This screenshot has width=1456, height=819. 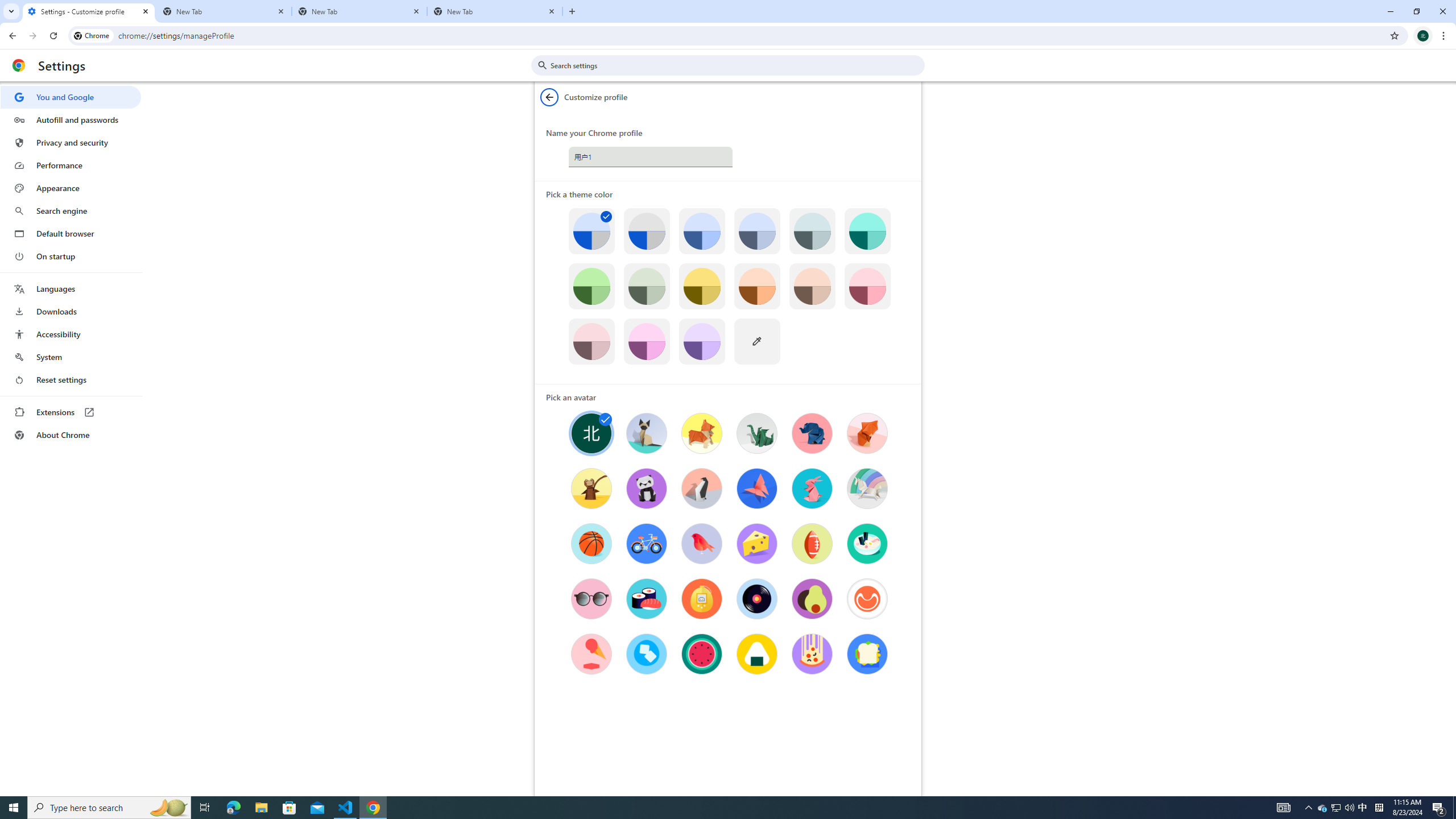 I want to click on 'About Chrome', so click(x=70, y=434).